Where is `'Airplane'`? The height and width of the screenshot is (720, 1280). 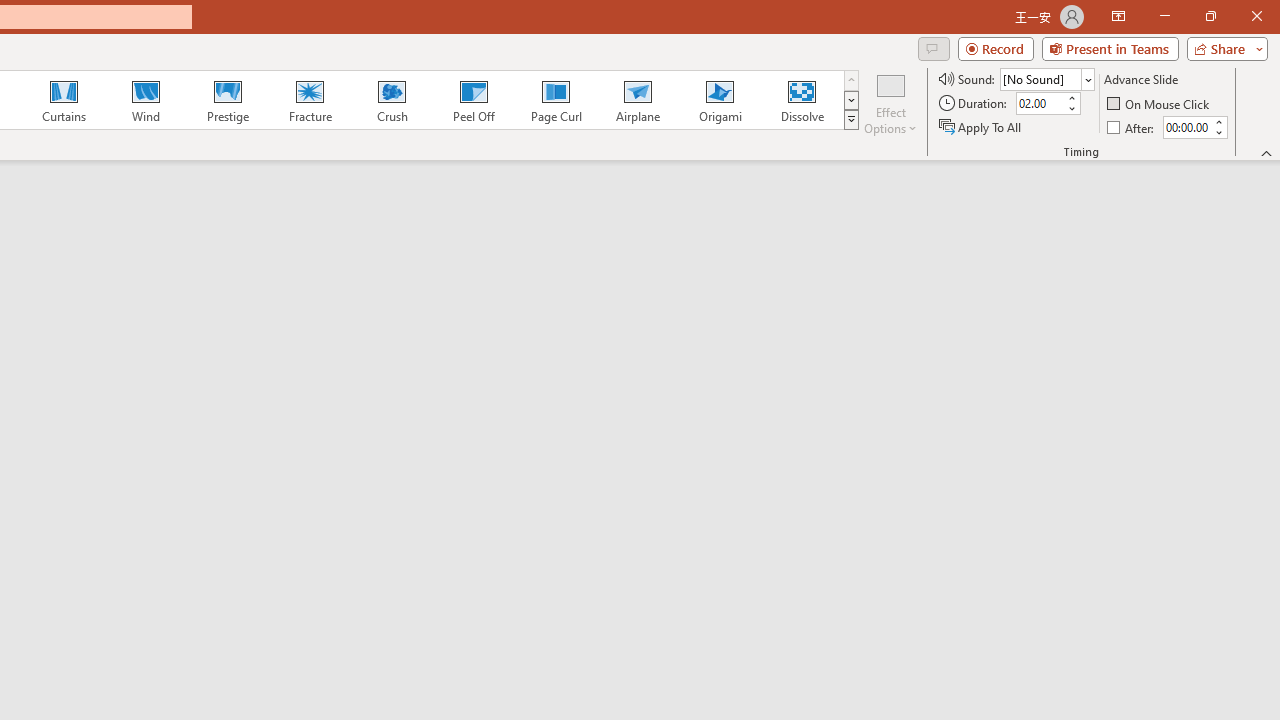 'Airplane' is located at coordinates (636, 100).